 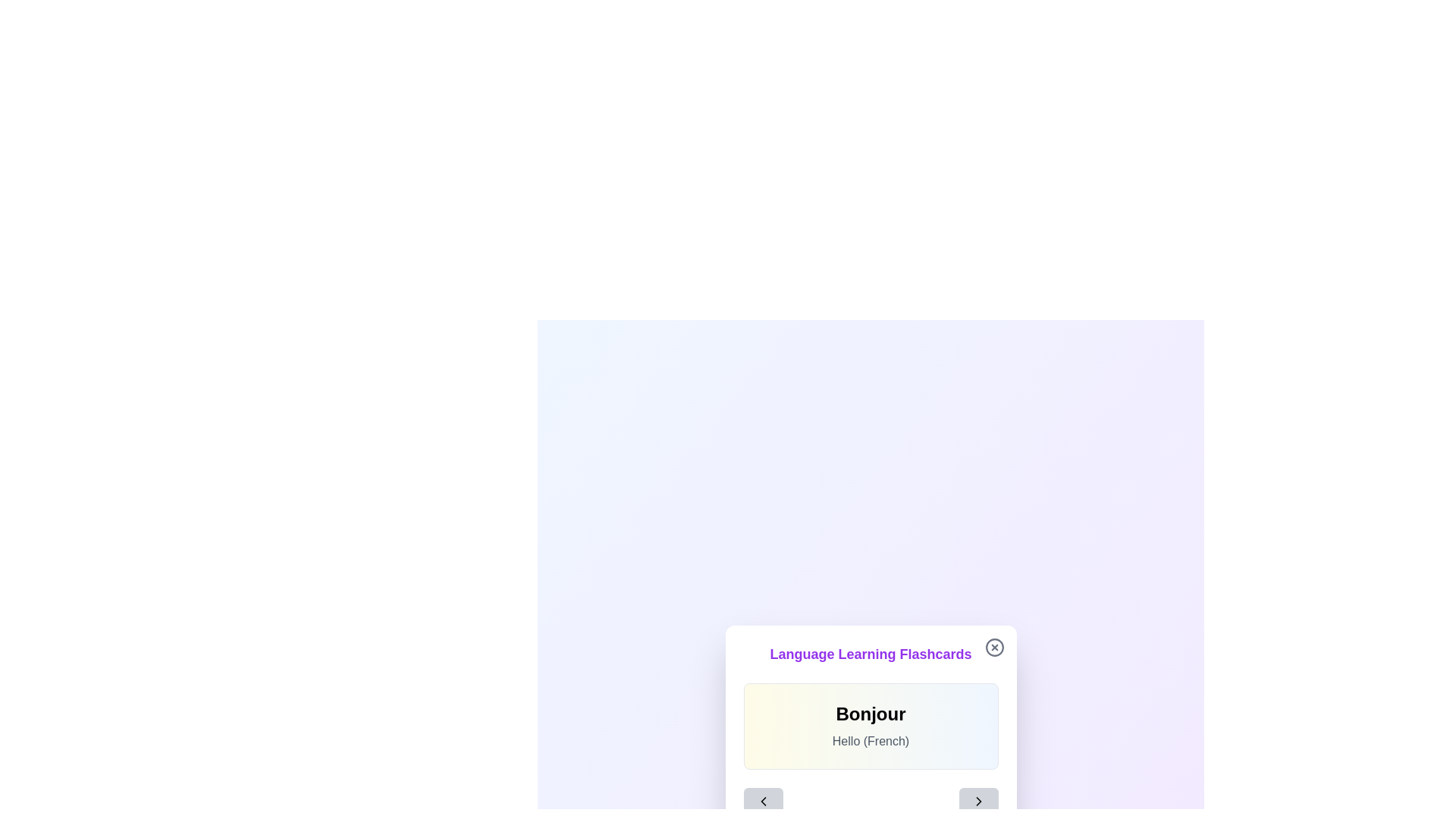 What do you see at coordinates (763, 800) in the screenshot?
I see `the left-pointing chevron arrow icon button to highlight it for keyboard navigation` at bounding box center [763, 800].